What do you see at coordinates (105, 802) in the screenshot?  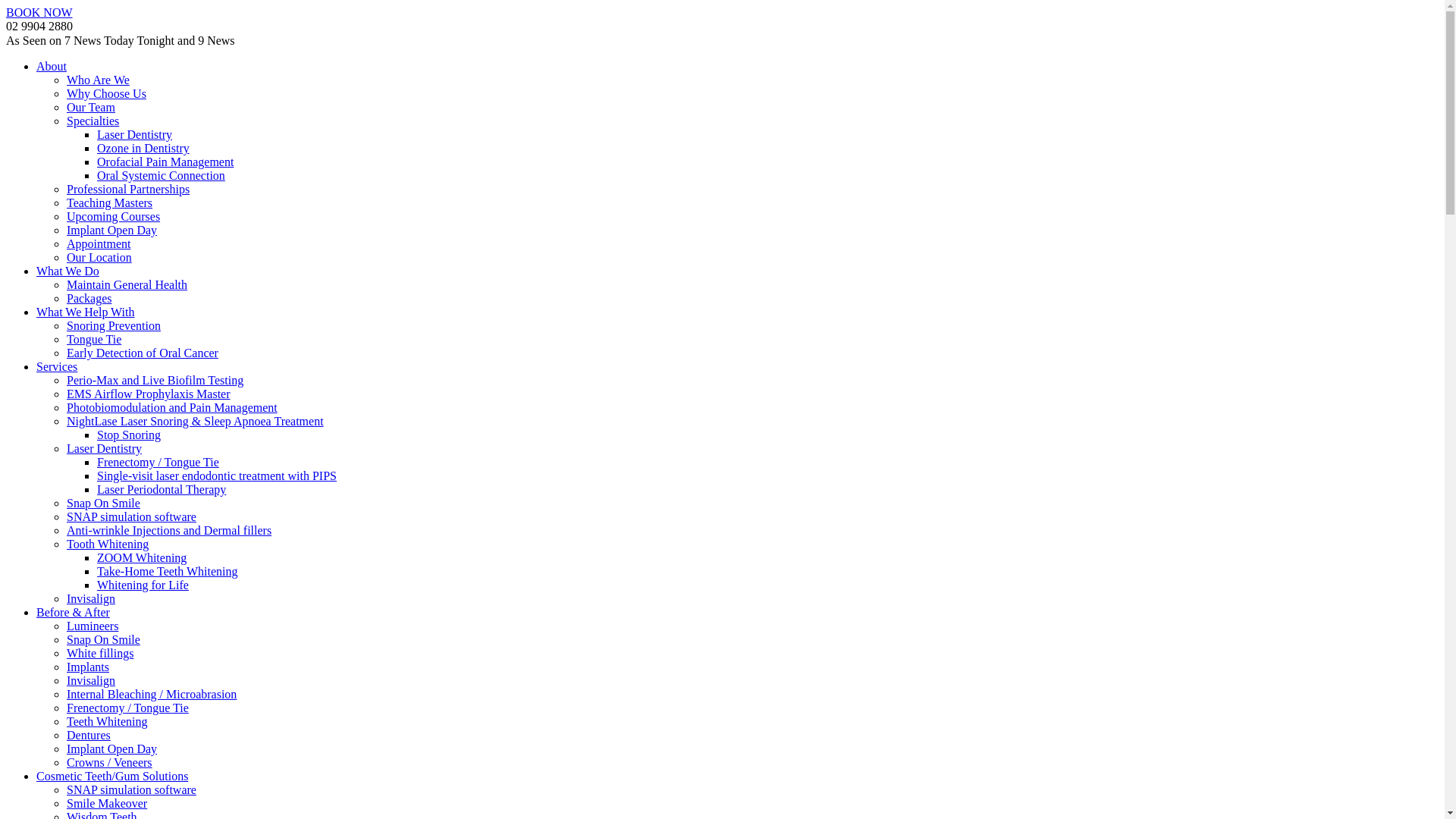 I see `'Smile Makeover'` at bounding box center [105, 802].